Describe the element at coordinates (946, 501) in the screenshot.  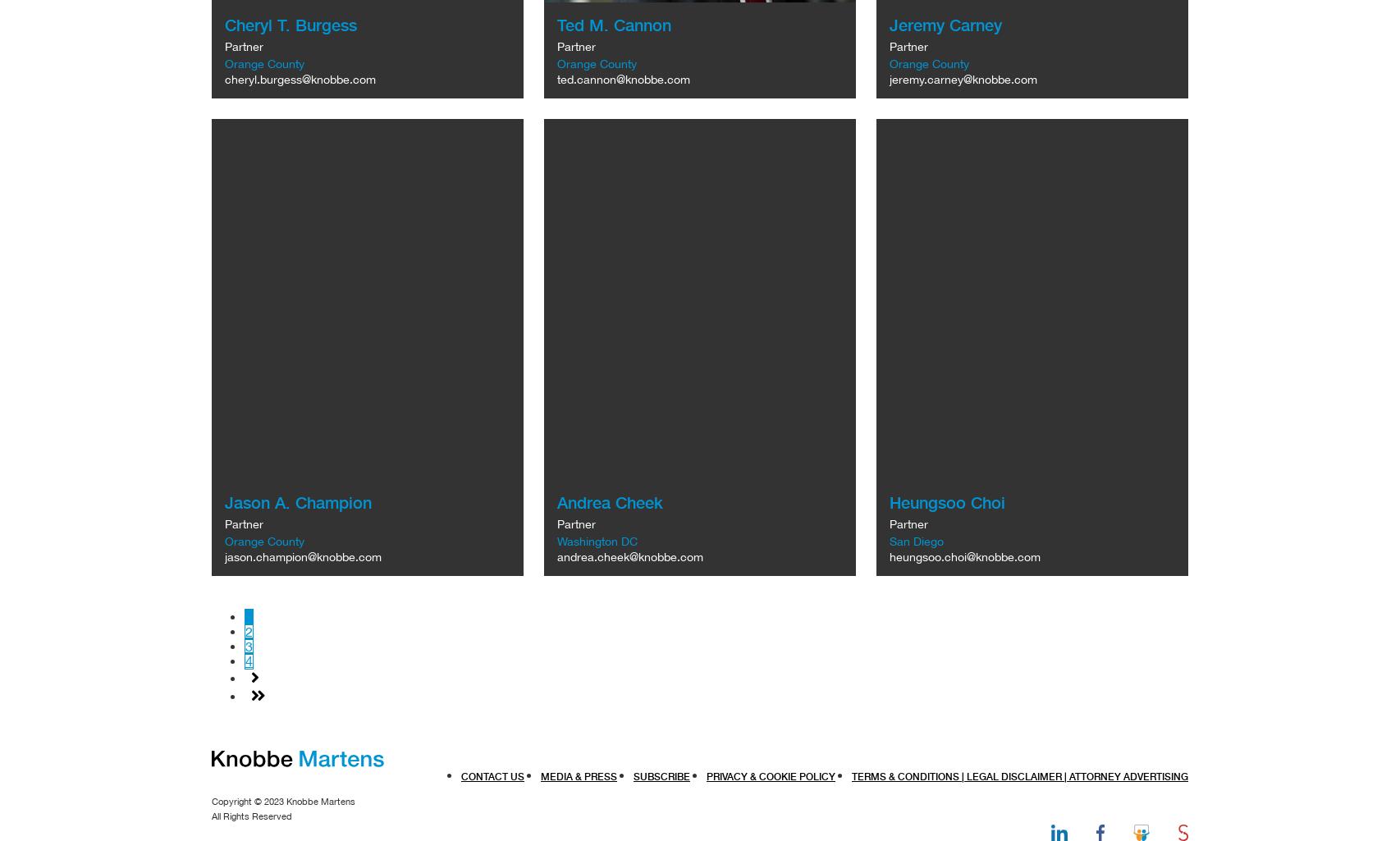
I see `'Heungsoo Choi'` at that location.